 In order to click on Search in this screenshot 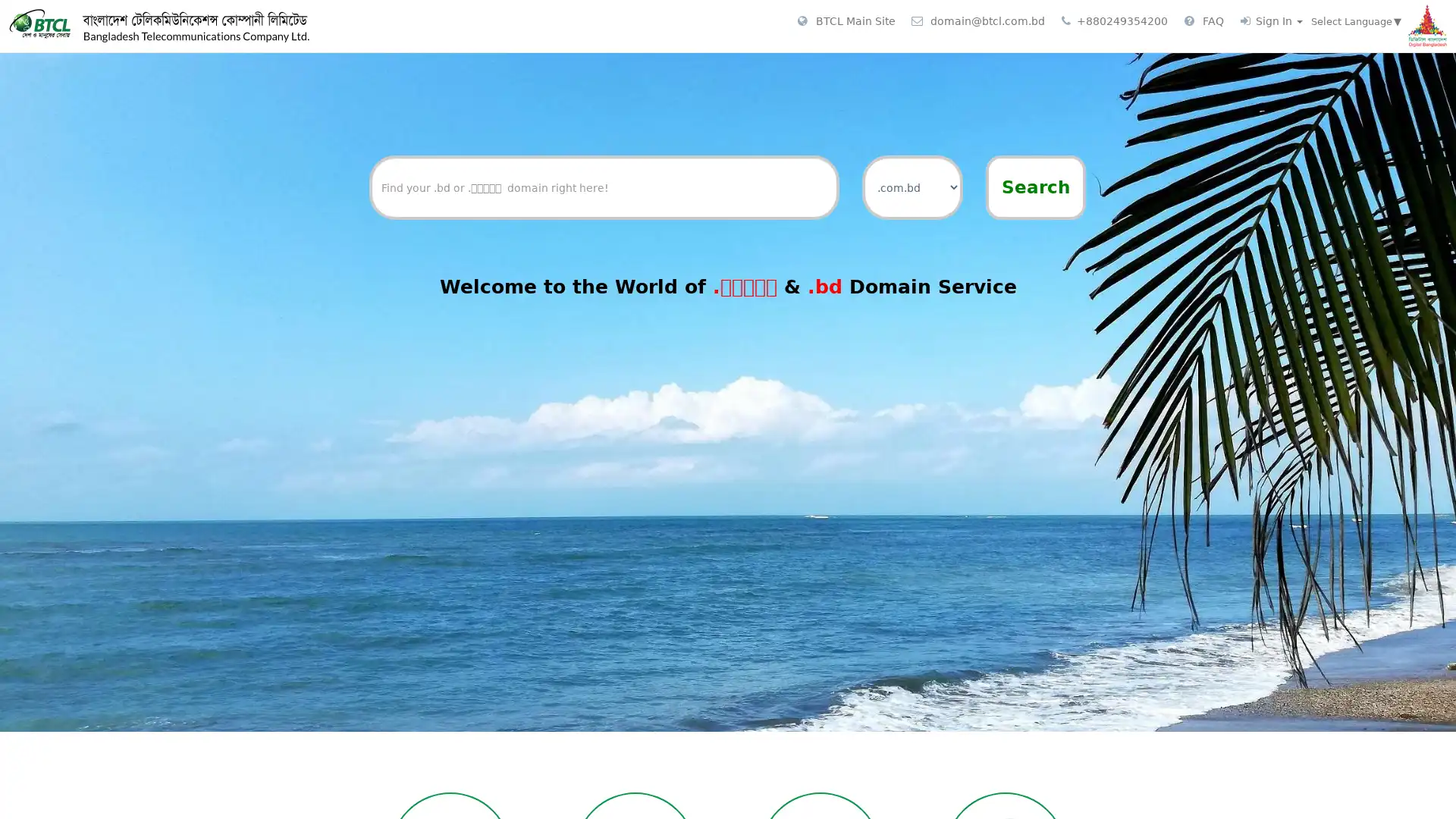, I will do `click(1034, 187)`.